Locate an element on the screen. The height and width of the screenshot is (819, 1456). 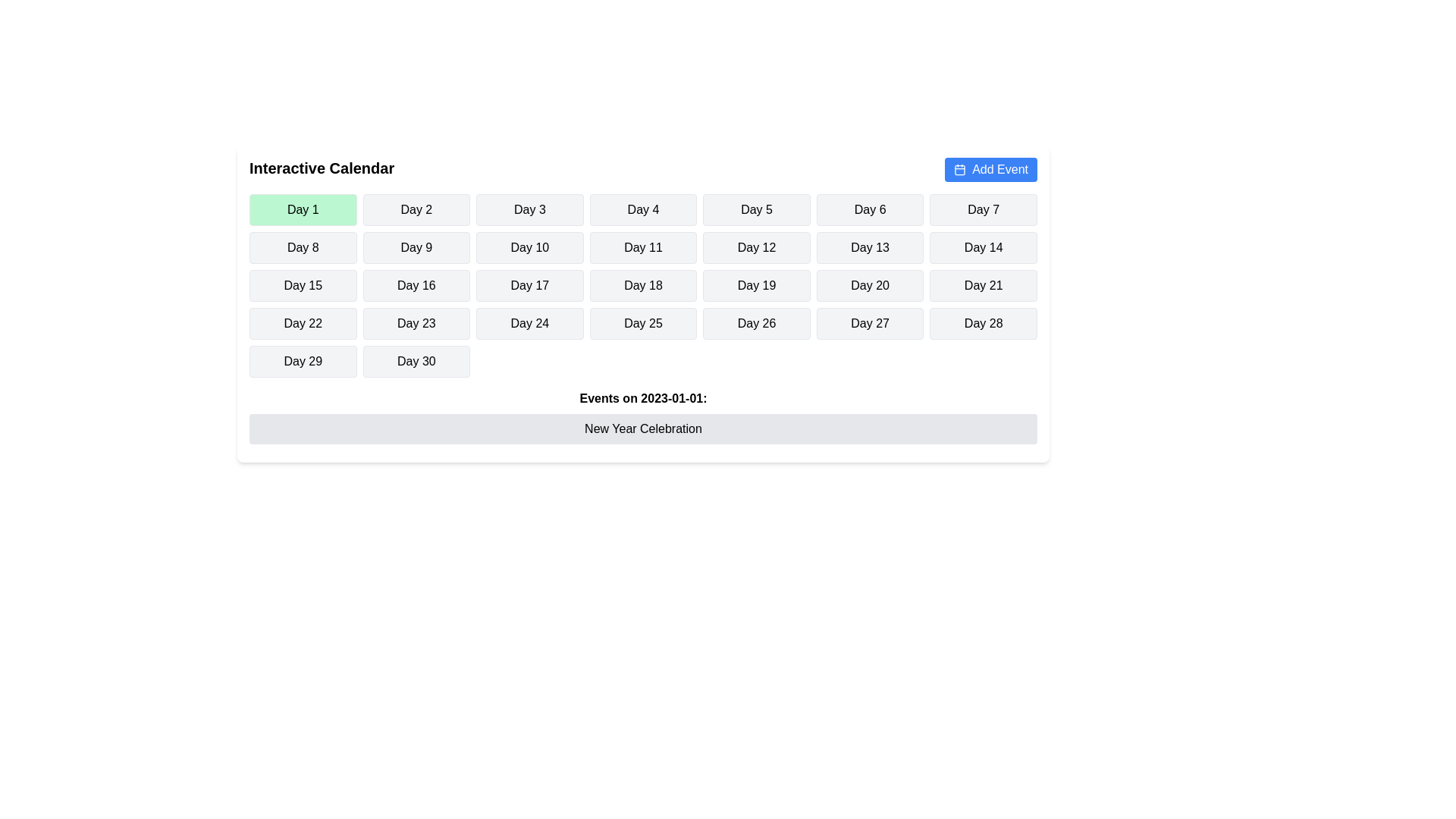
the button representing the 24th day in the calendar is located at coordinates (529, 323).